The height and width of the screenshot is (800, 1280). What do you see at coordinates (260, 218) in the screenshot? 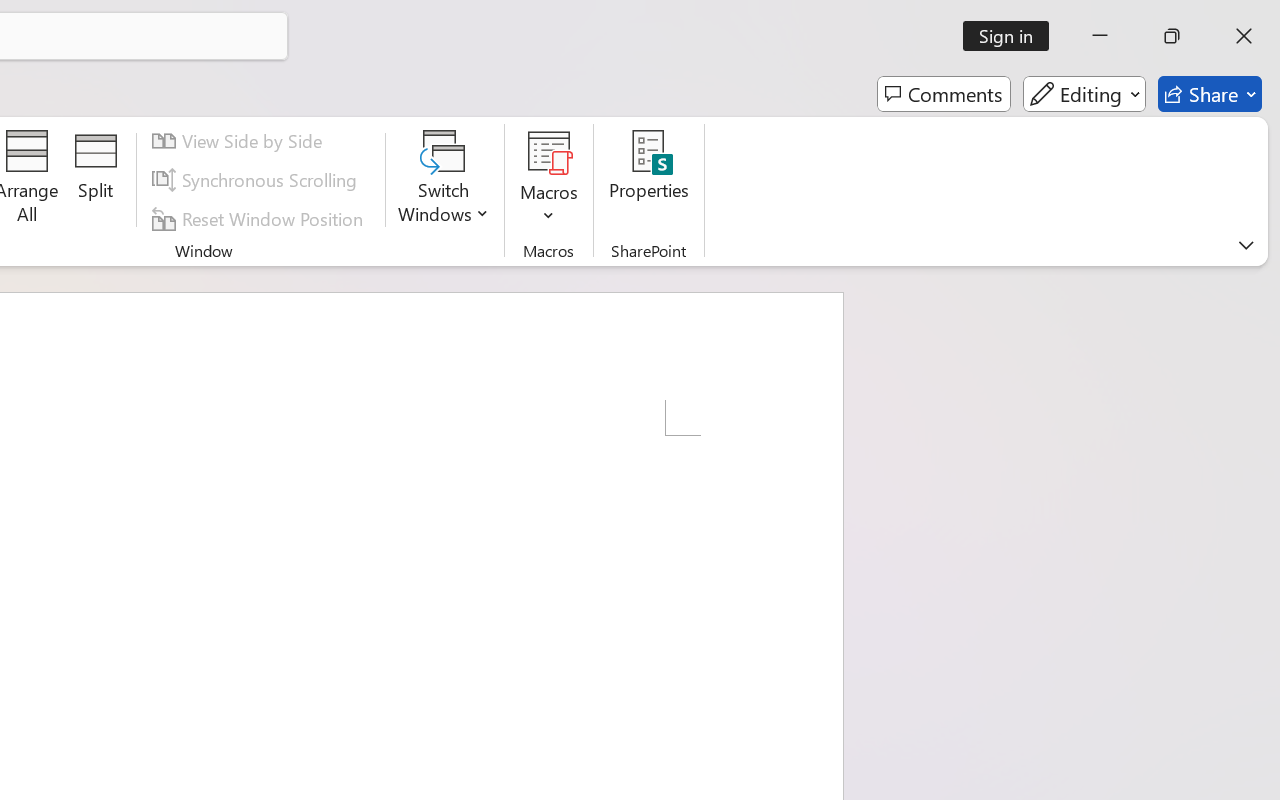
I see `'Reset Window Position'` at bounding box center [260, 218].